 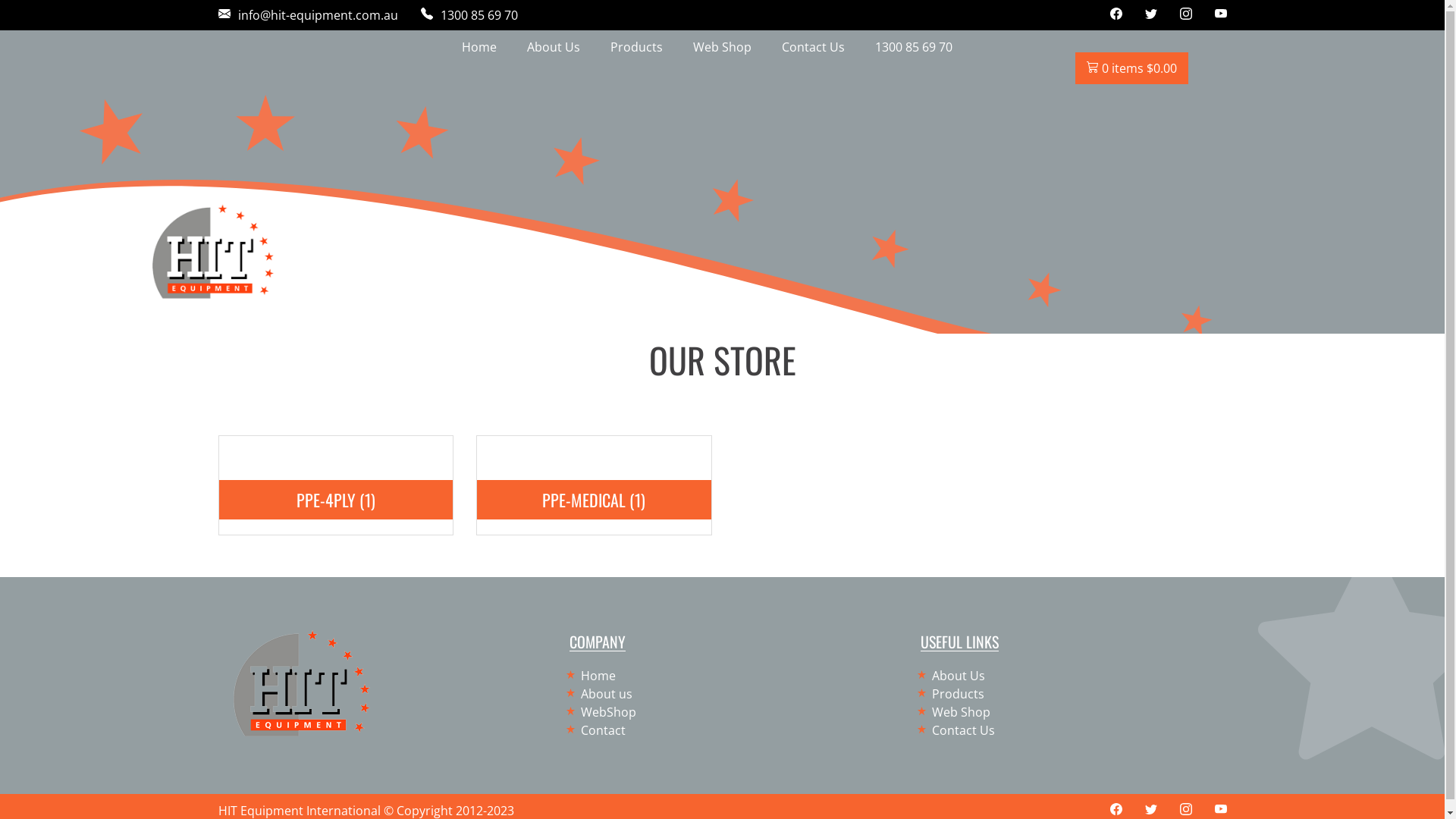 What do you see at coordinates (812, 45) in the screenshot?
I see `'Contact Us'` at bounding box center [812, 45].